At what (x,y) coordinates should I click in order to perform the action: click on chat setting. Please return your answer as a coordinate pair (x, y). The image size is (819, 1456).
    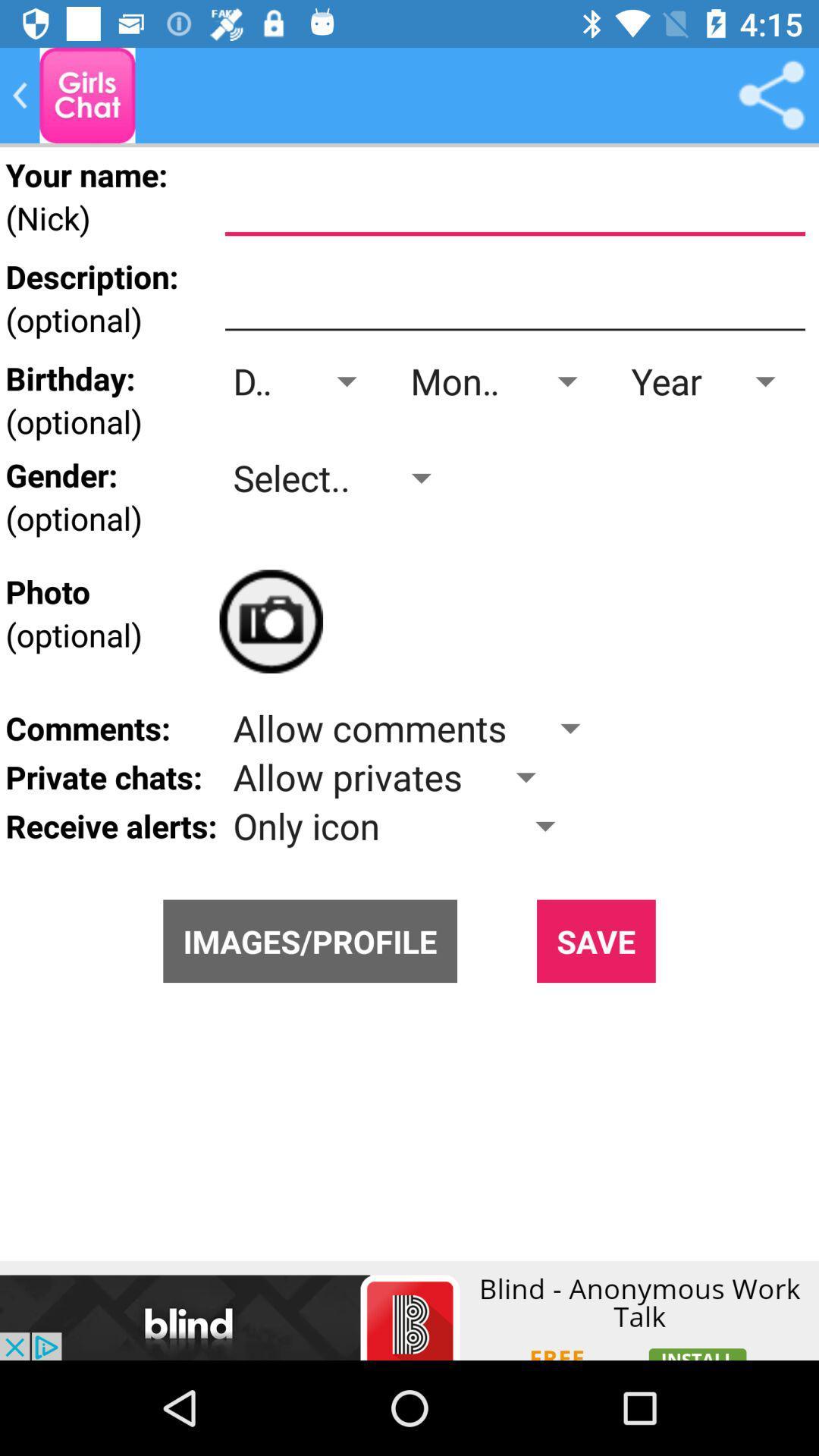
    Looking at the image, I should click on (87, 94).